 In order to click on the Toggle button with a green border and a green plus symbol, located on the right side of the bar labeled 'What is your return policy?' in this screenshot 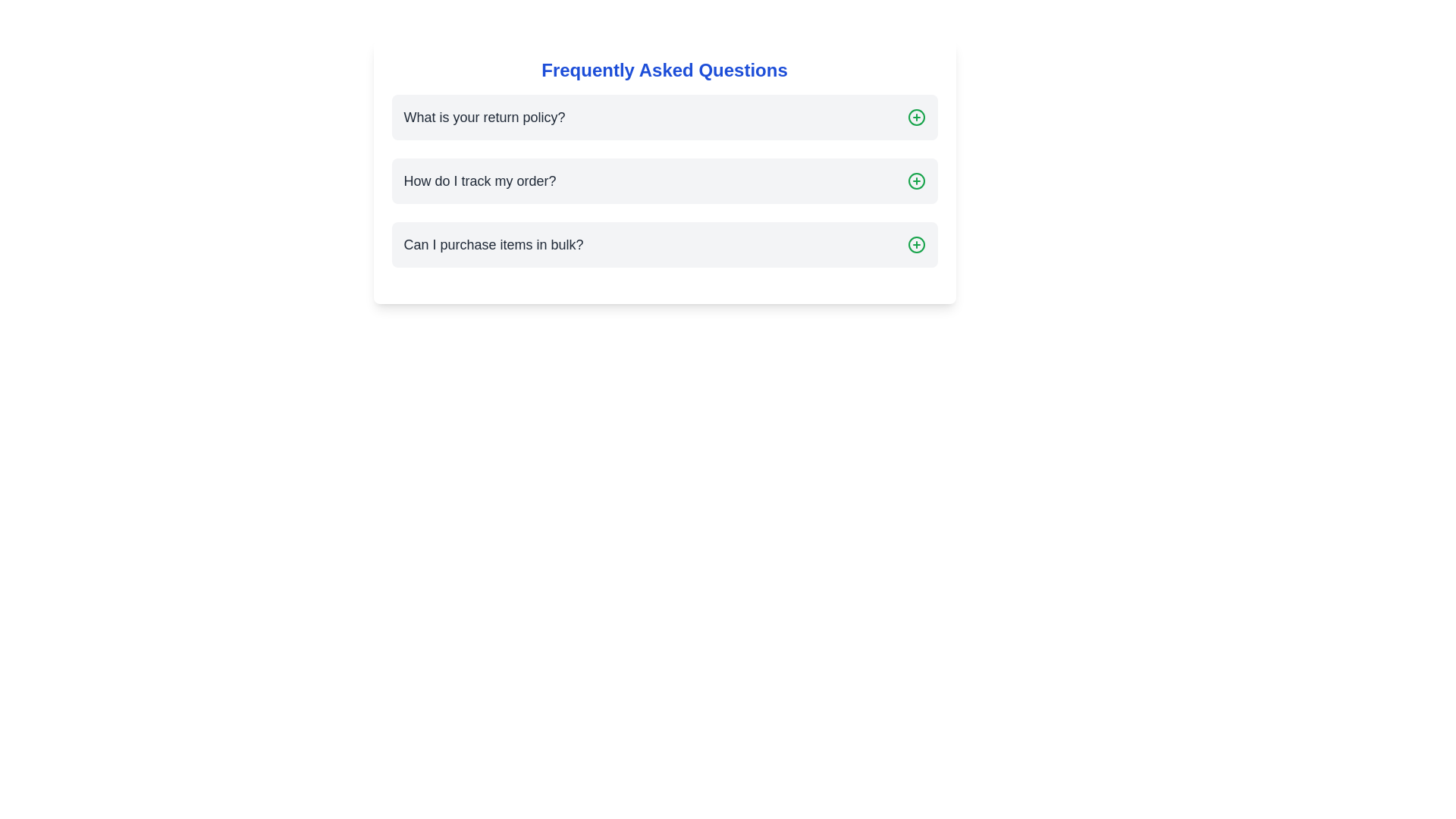, I will do `click(915, 116)`.